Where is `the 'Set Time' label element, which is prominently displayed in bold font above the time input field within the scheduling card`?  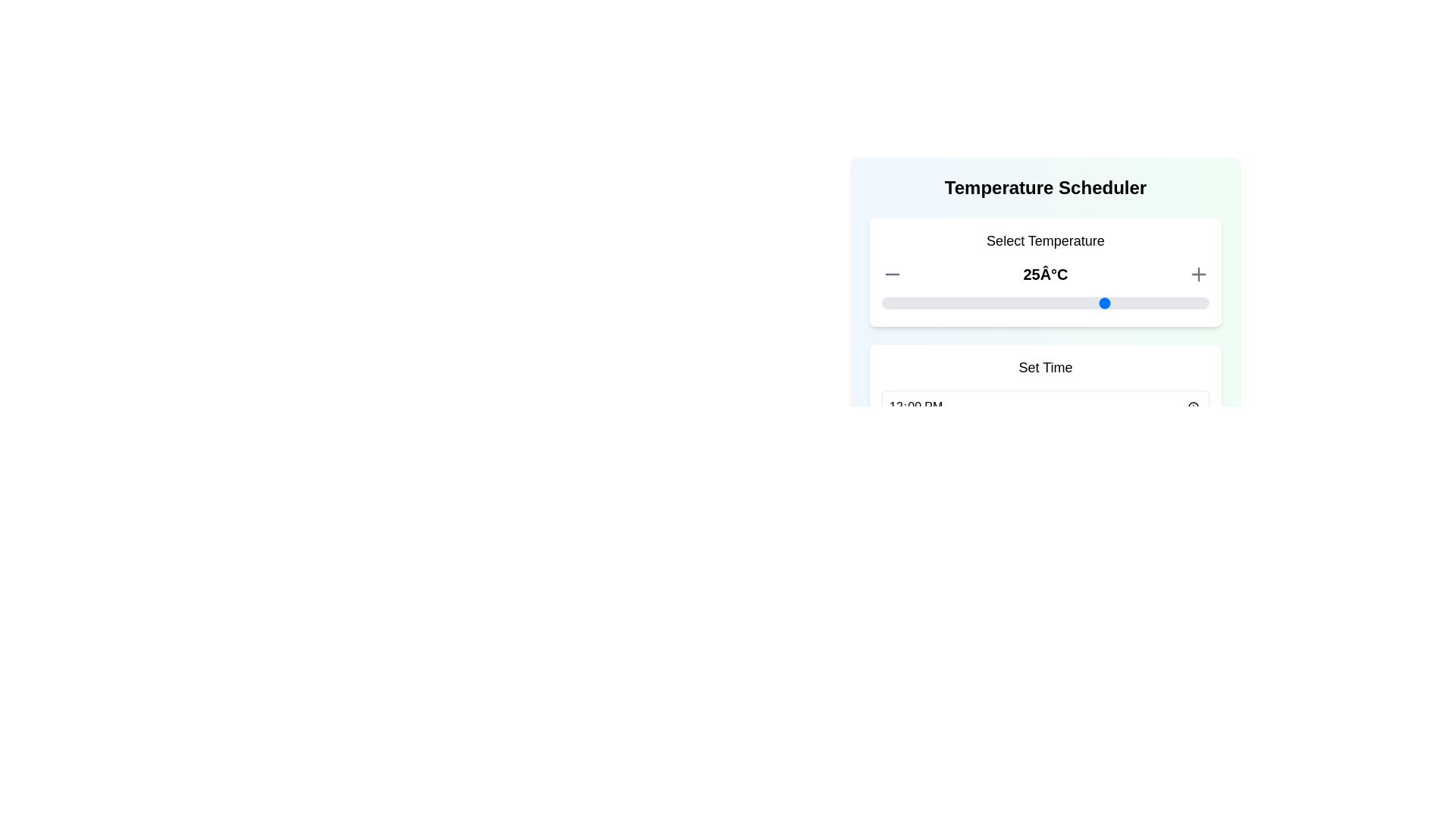
the 'Set Time' label element, which is prominently displayed in bold font above the time input field within the scheduling card is located at coordinates (1044, 368).